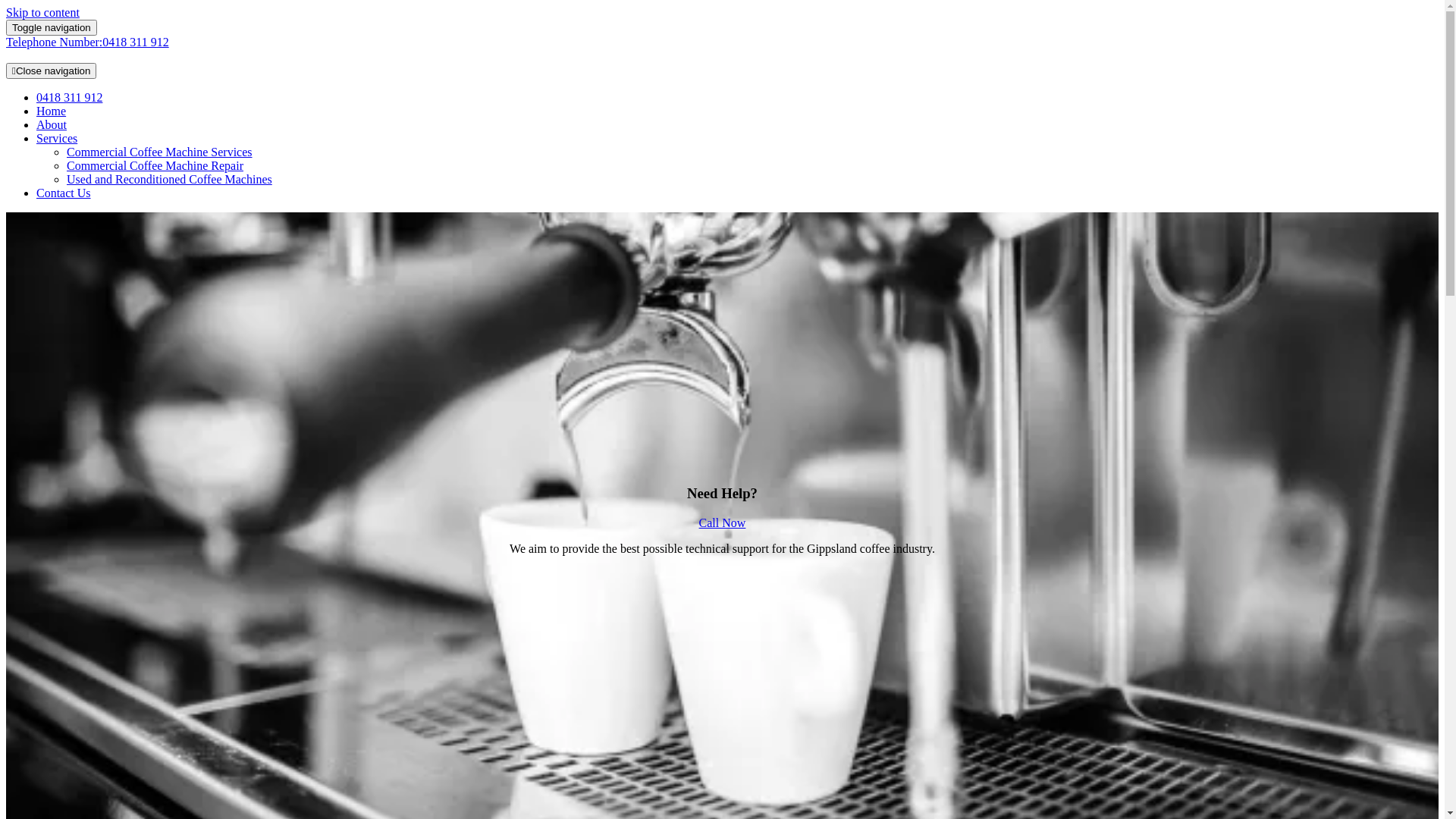 Image resolution: width=1456 pixels, height=819 pixels. I want to click on 'Telephone Number:0418 311 912', so click(86, 41).